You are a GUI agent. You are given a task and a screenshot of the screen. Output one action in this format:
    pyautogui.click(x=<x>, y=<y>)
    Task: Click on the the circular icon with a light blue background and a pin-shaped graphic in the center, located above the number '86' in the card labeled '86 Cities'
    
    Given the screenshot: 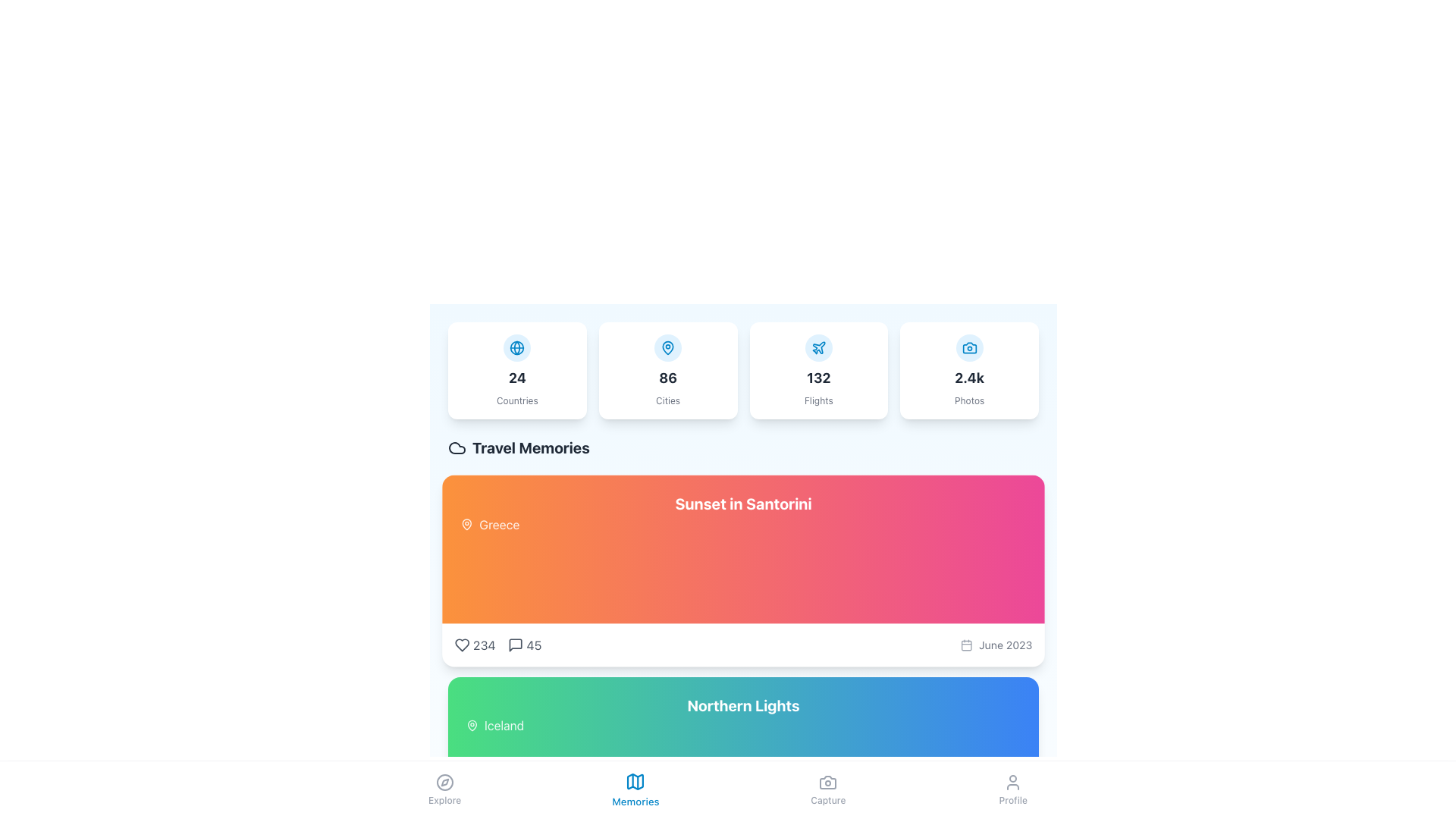 What is the action you would take?
    pyautogui.click(x=667, y=348)
    